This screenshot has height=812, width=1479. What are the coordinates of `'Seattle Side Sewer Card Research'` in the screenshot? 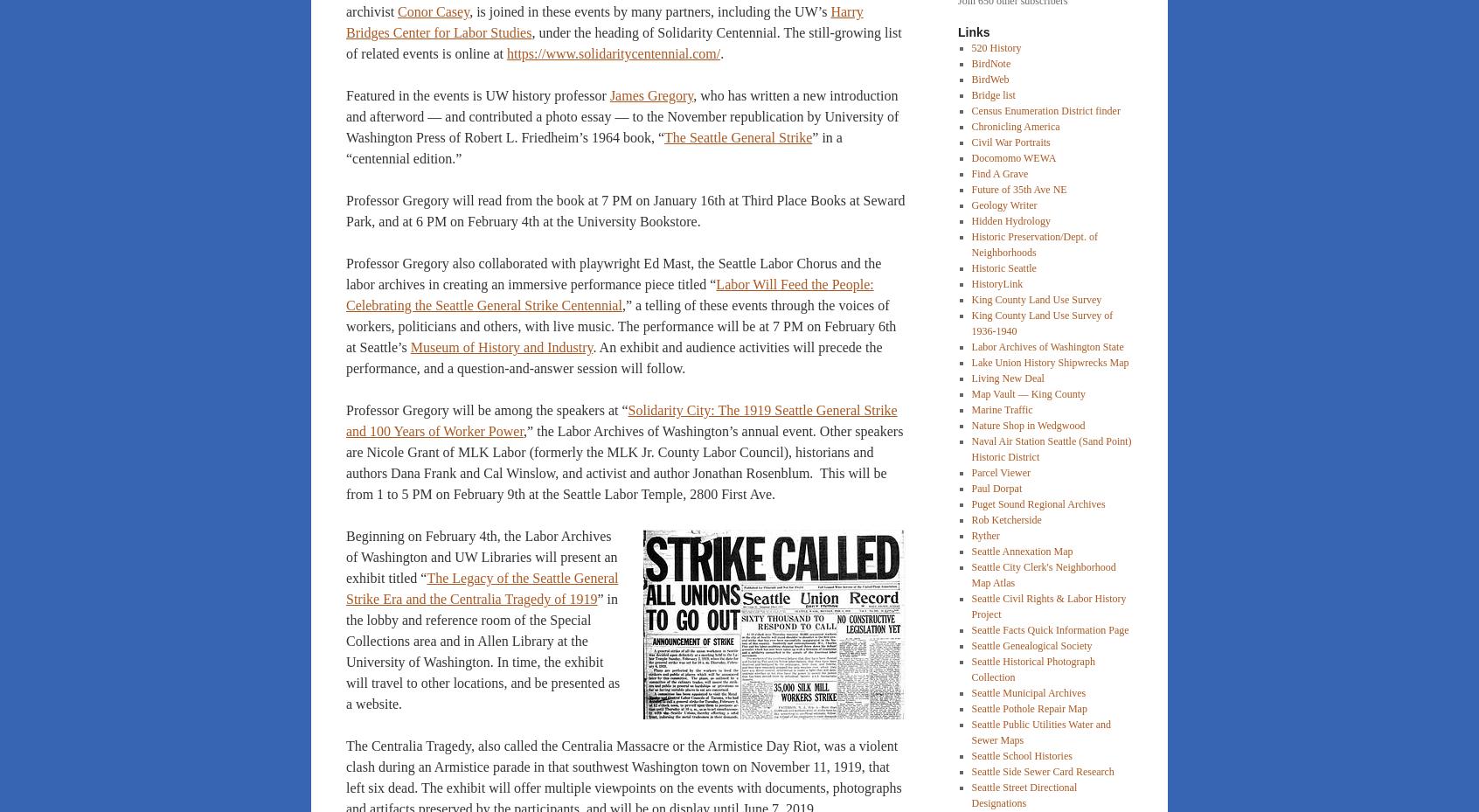 It's located at (1041, 772).